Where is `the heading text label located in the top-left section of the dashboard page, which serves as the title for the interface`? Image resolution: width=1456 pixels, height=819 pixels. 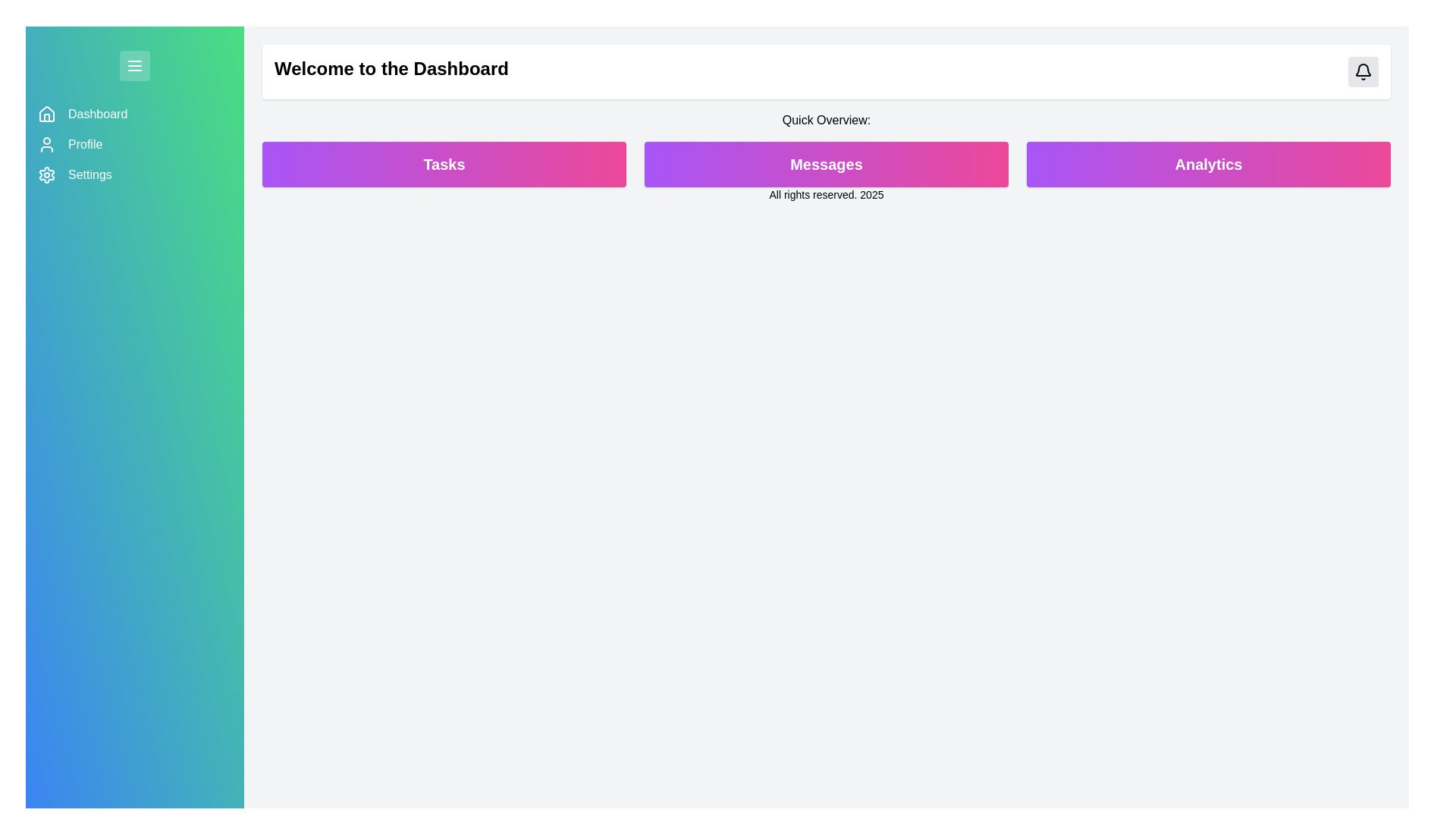
the heading text label located in the top-left section of the dashboard page, which serves as the title for the interface is located at coordinates (391, 72).